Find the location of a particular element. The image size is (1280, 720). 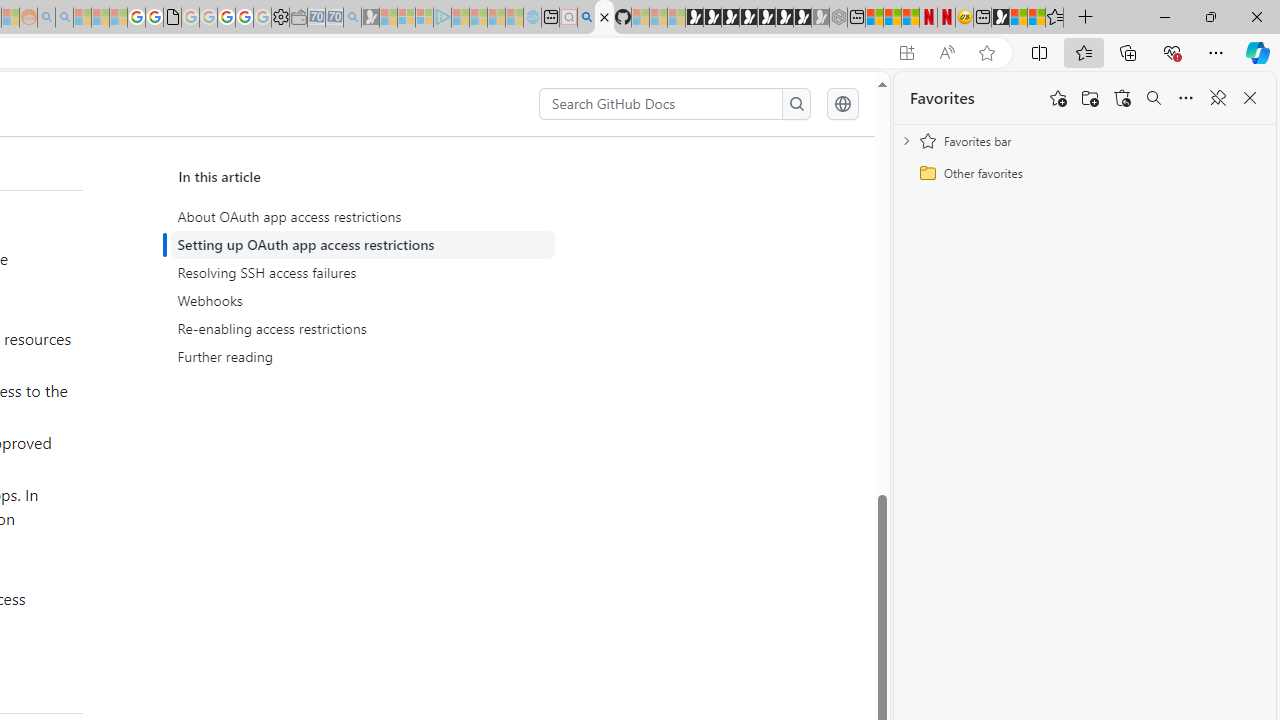

'Setting up OAuth app access restrictions' is located at coordinates (366, 244).